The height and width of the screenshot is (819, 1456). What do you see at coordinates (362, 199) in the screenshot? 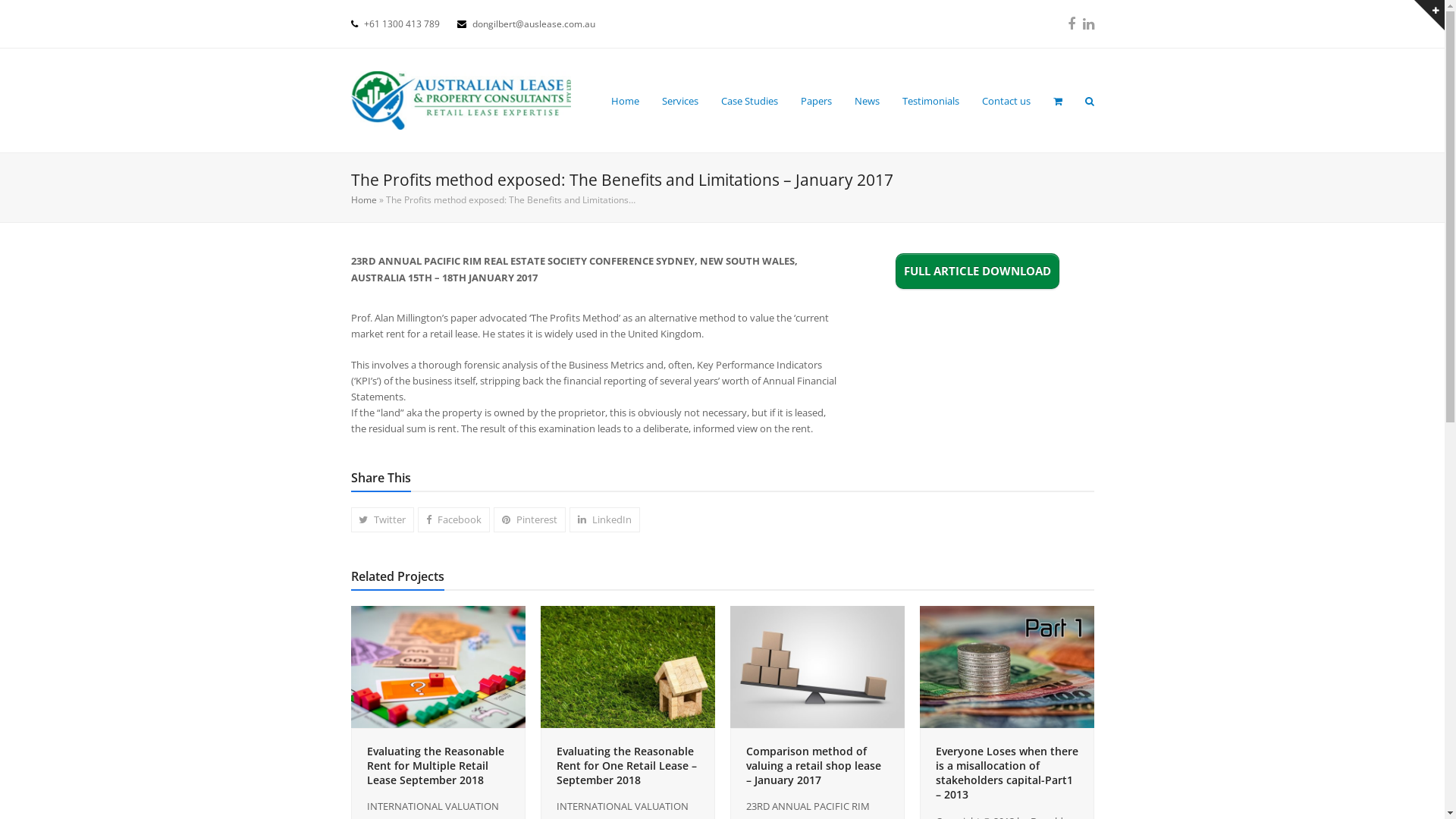
I see `'Home'` at bounding box center [362, 199].